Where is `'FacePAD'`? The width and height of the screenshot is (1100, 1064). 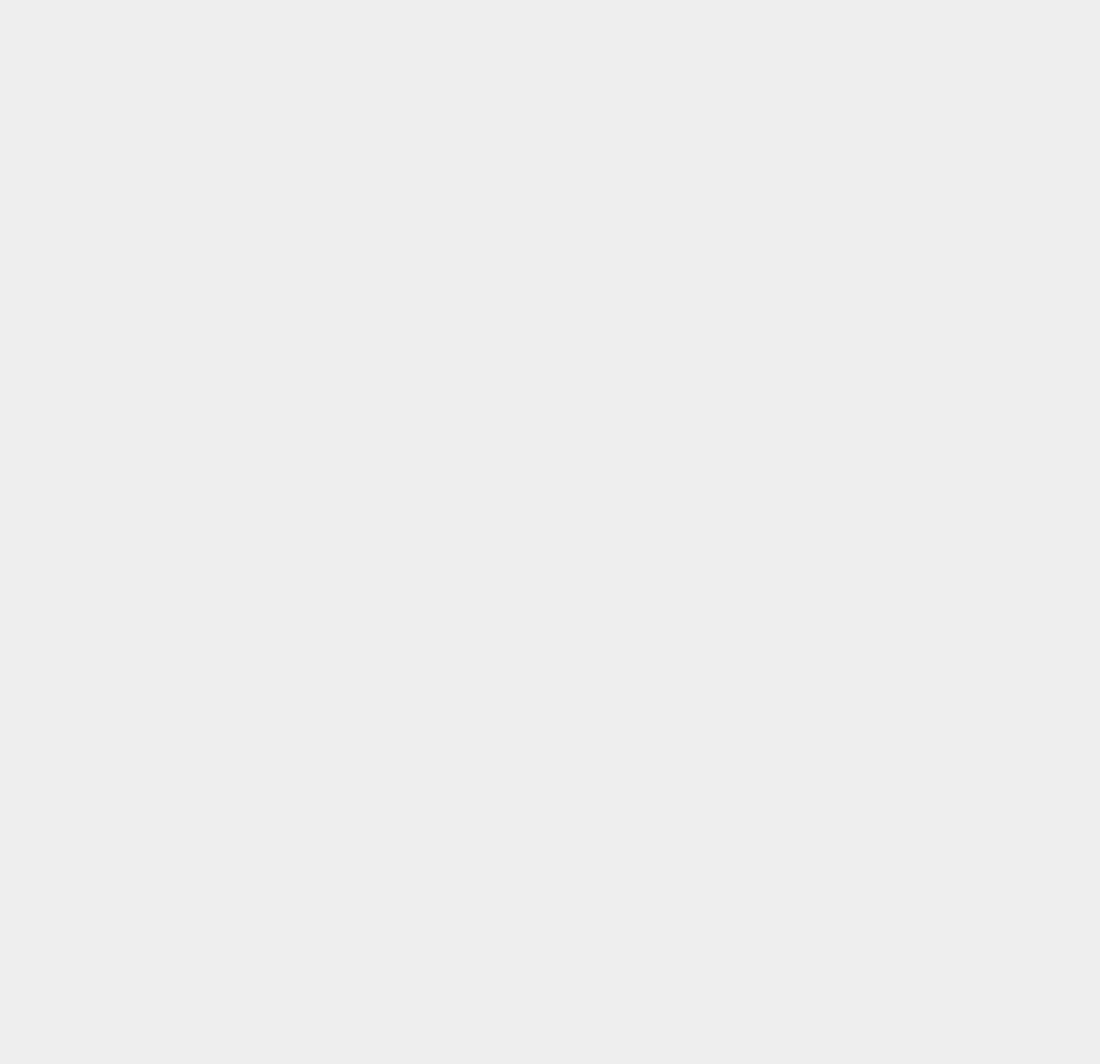
'FacePAD' is located at coordinates (805, 689).